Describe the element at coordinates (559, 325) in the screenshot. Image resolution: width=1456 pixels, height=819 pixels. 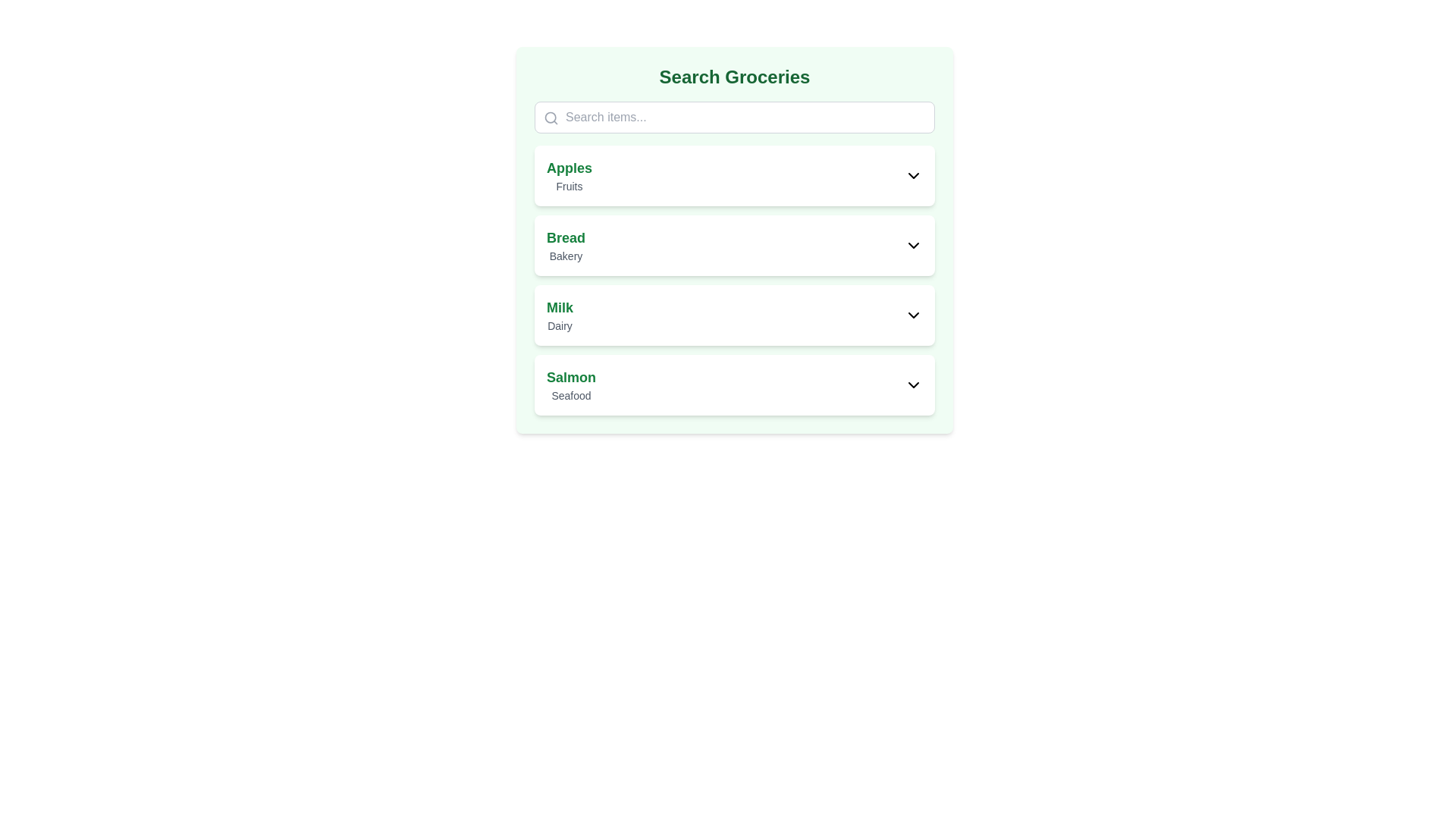
I see `the text label 'Dairy', which is styled in a small gray font and positioned below the 'Milk' heading in the grocery options card` at that location.